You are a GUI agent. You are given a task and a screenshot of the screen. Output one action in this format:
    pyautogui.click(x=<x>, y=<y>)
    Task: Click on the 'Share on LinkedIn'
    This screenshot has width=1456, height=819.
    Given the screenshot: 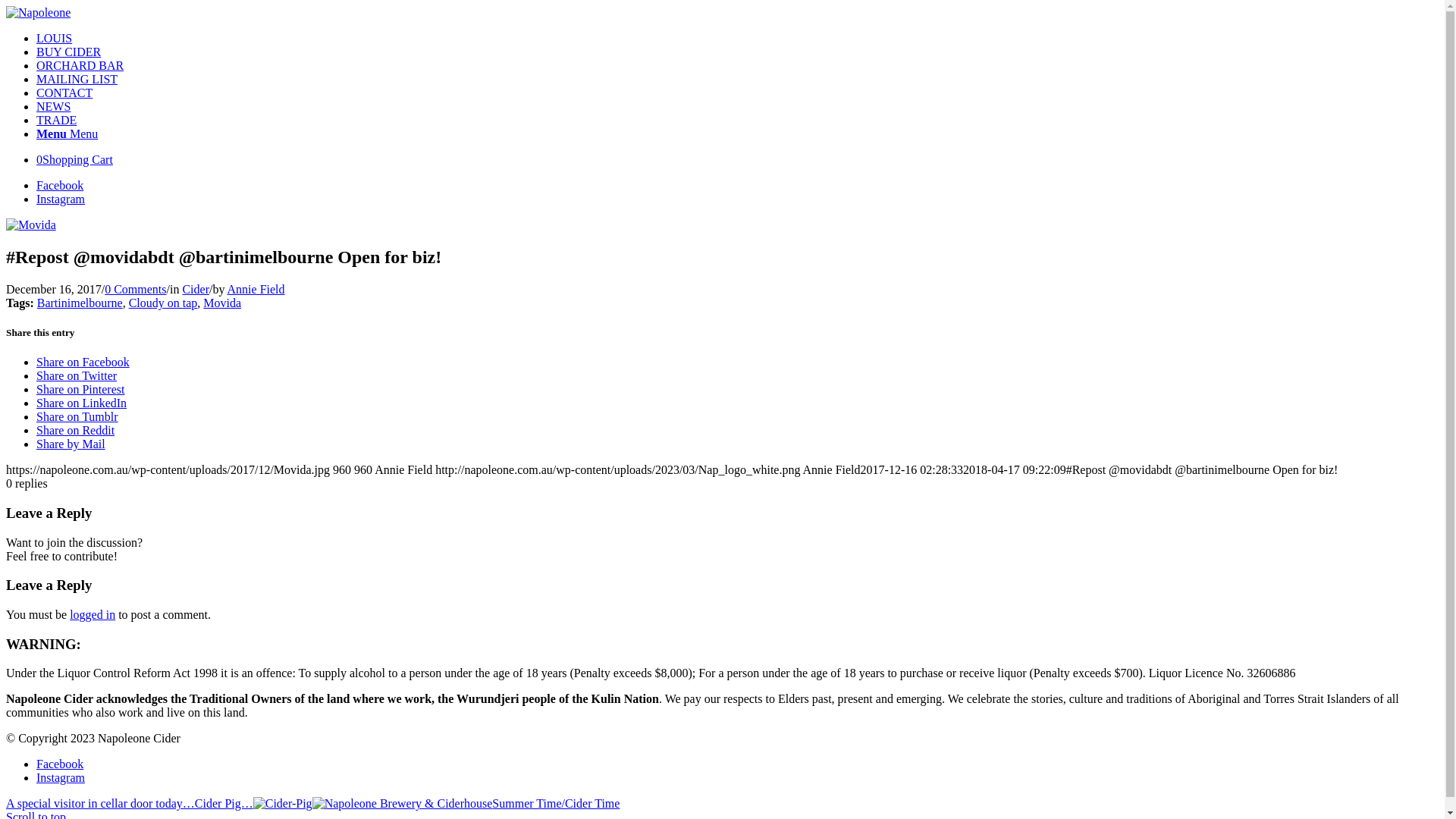 What is the action you would take?
    pyautogui.click(x=80, y=402)
    